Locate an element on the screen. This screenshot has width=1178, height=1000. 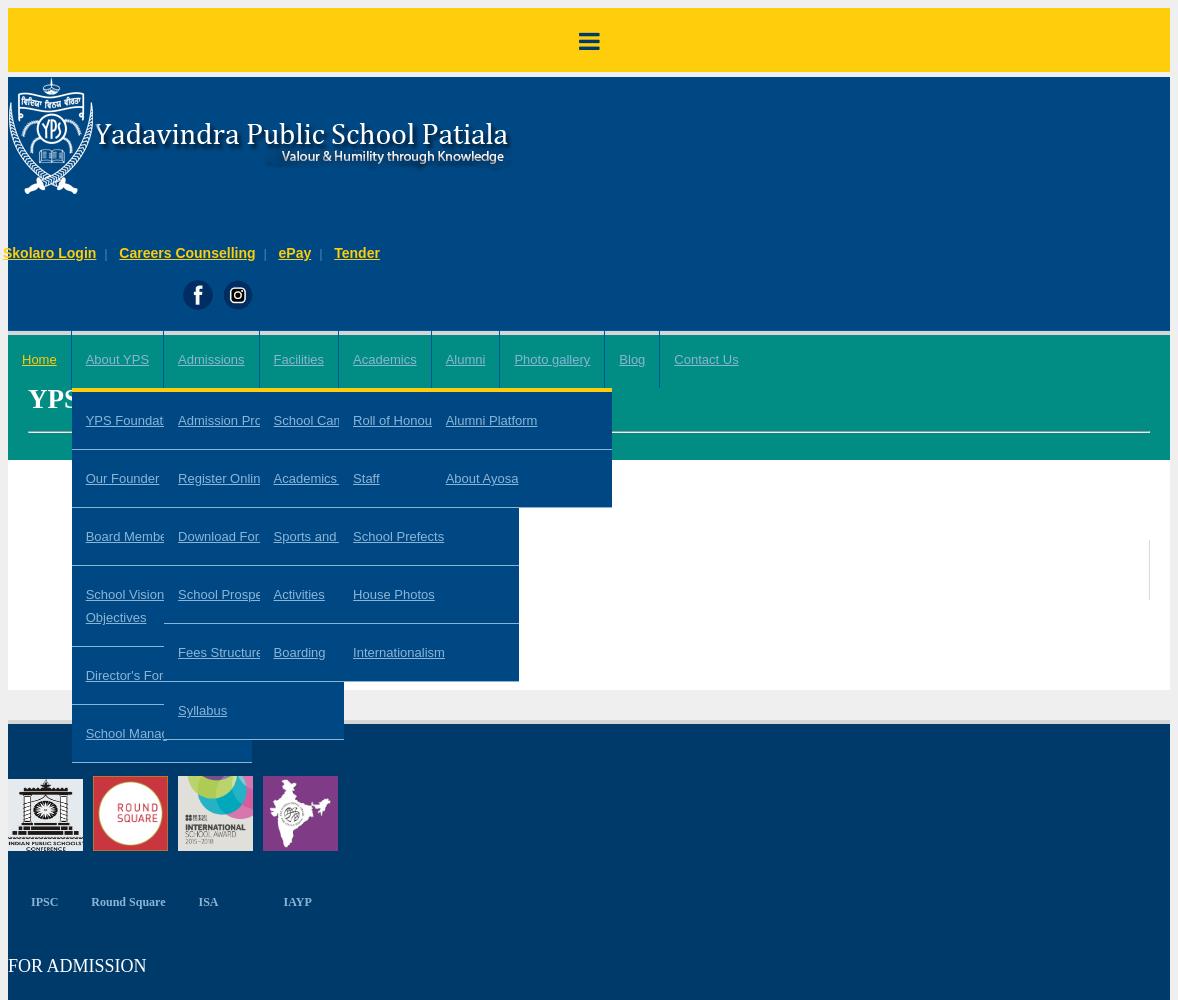
'IPSC' is located at coordinates (43, 901).